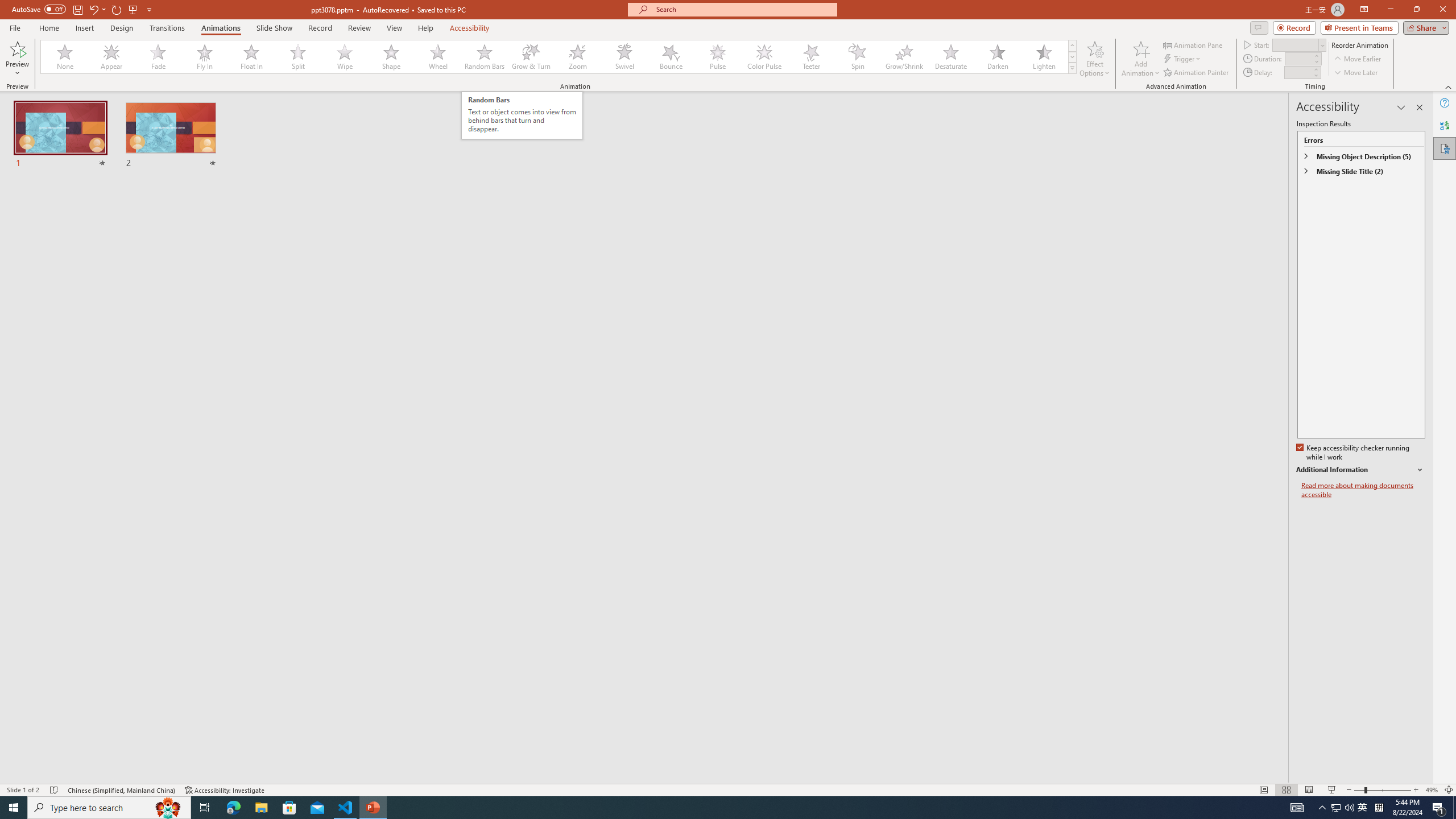 Image resolution: width=1456 pixels, height=819 pixels. What do you see at coordinates (1043, 56) in the screenshot?
I see `'Lighten'` at bounding box center [1043, 56].